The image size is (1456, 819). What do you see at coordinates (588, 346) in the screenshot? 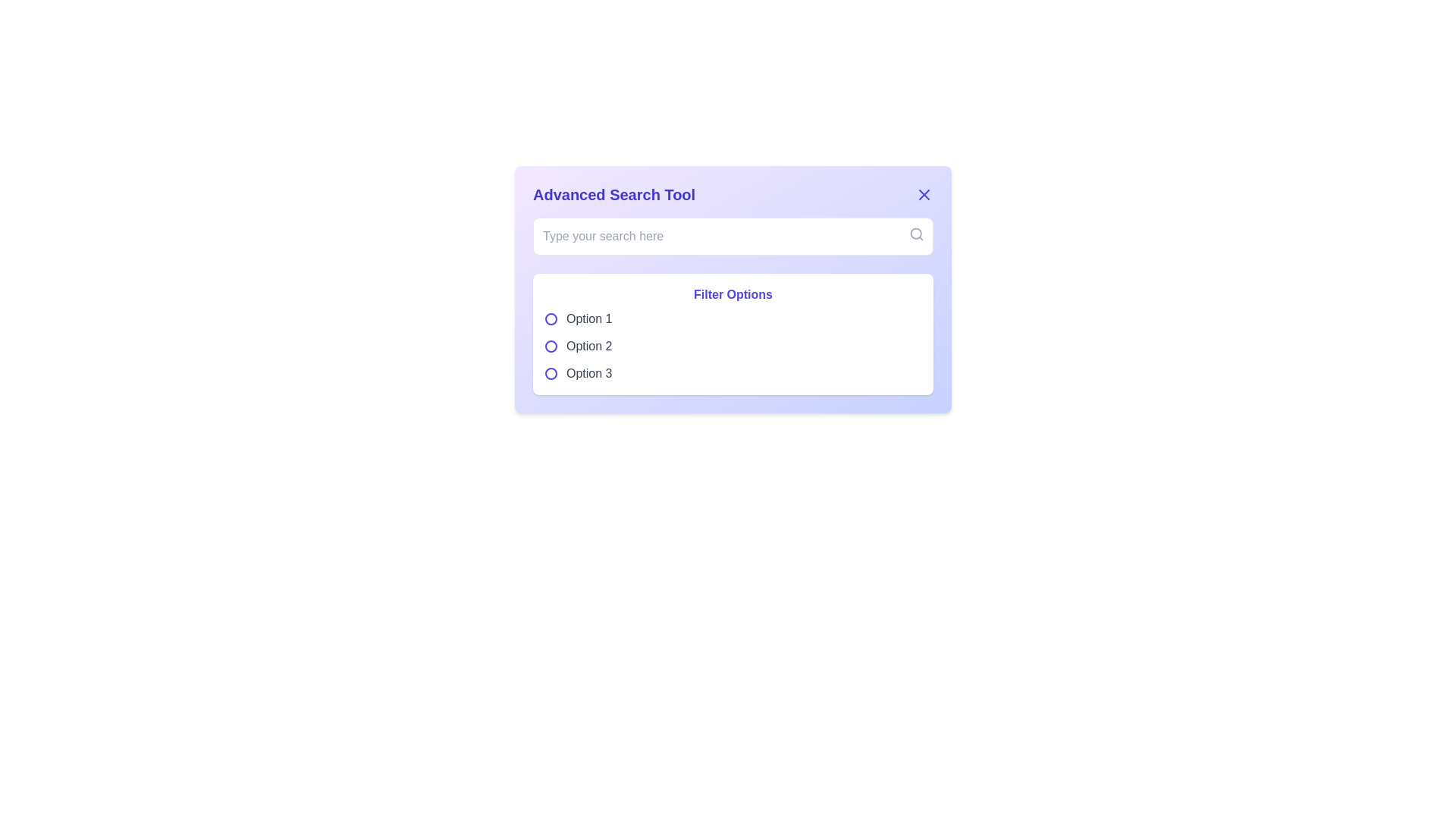
I see `the second text label associated with the radio button in the 'Filter Options' section, which indicates the option it represents` at bounding box center [588, 346].